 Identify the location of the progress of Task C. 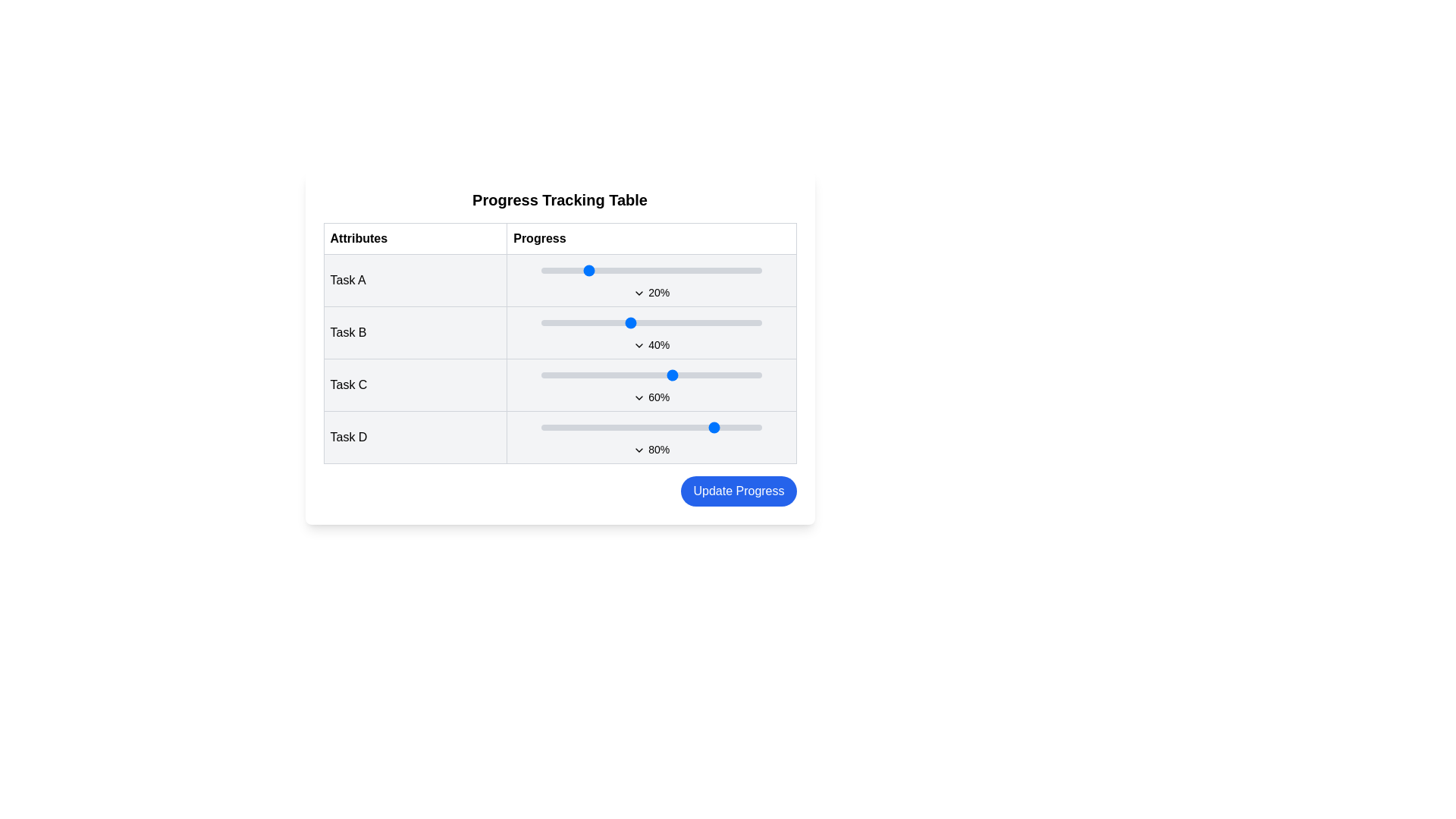
(758, 375).